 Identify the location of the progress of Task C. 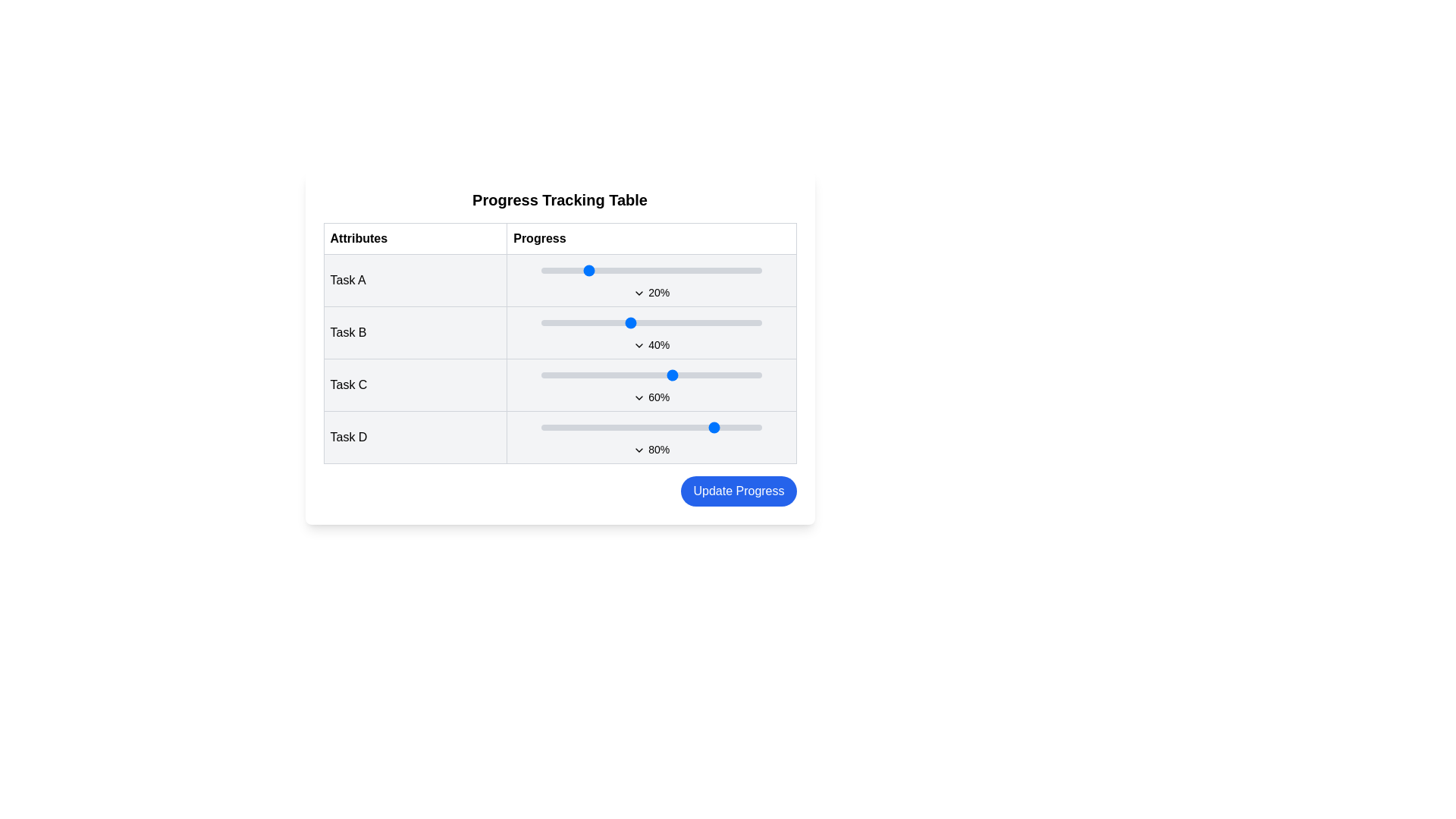
(758, 375).